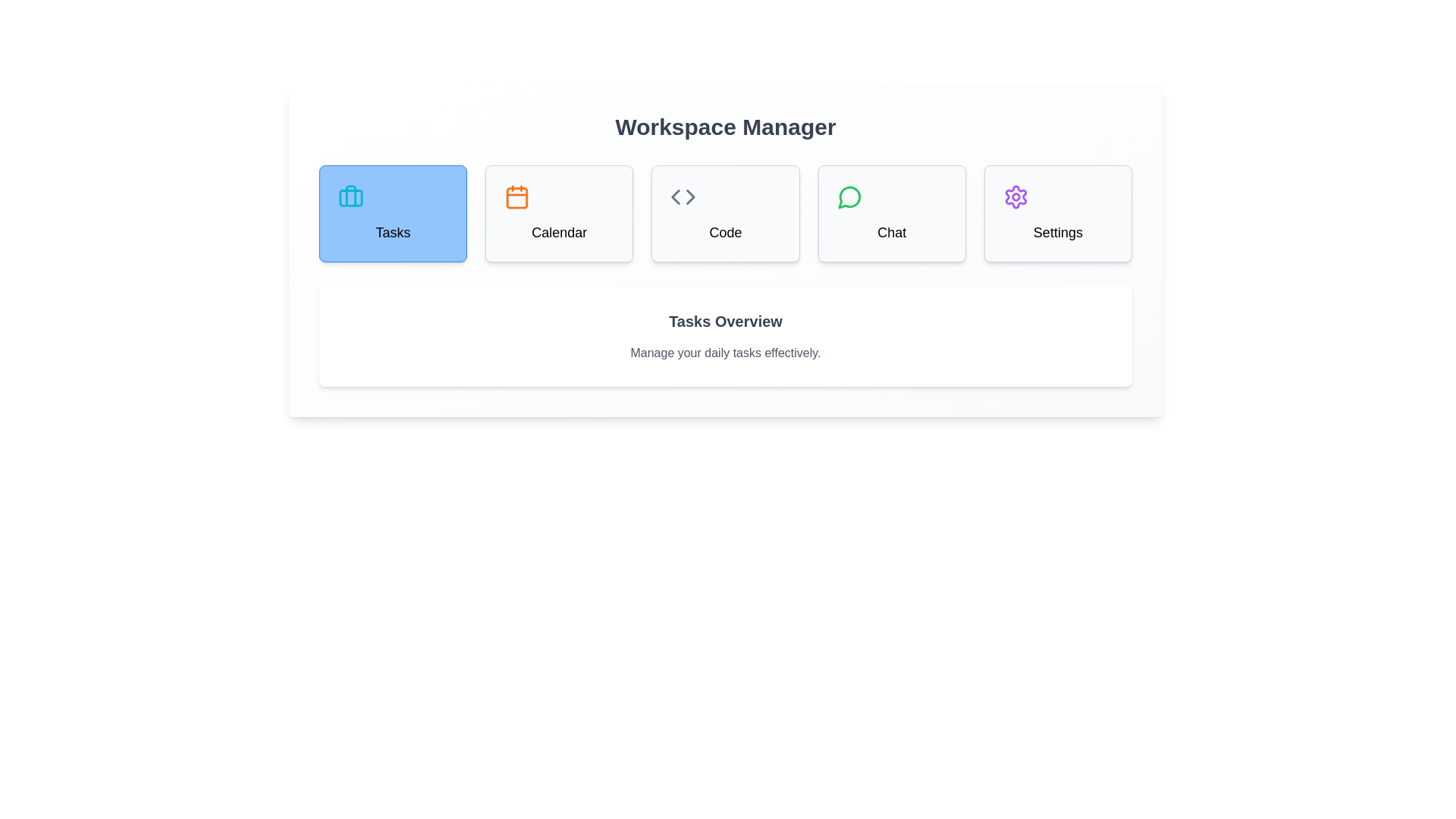 This screenshot has width=1456, height=819. I want to click on the gear-shaped icon within the 'Settings' button, which is the last in a row of five buttons at the top of the interface, so click(1015, 196).